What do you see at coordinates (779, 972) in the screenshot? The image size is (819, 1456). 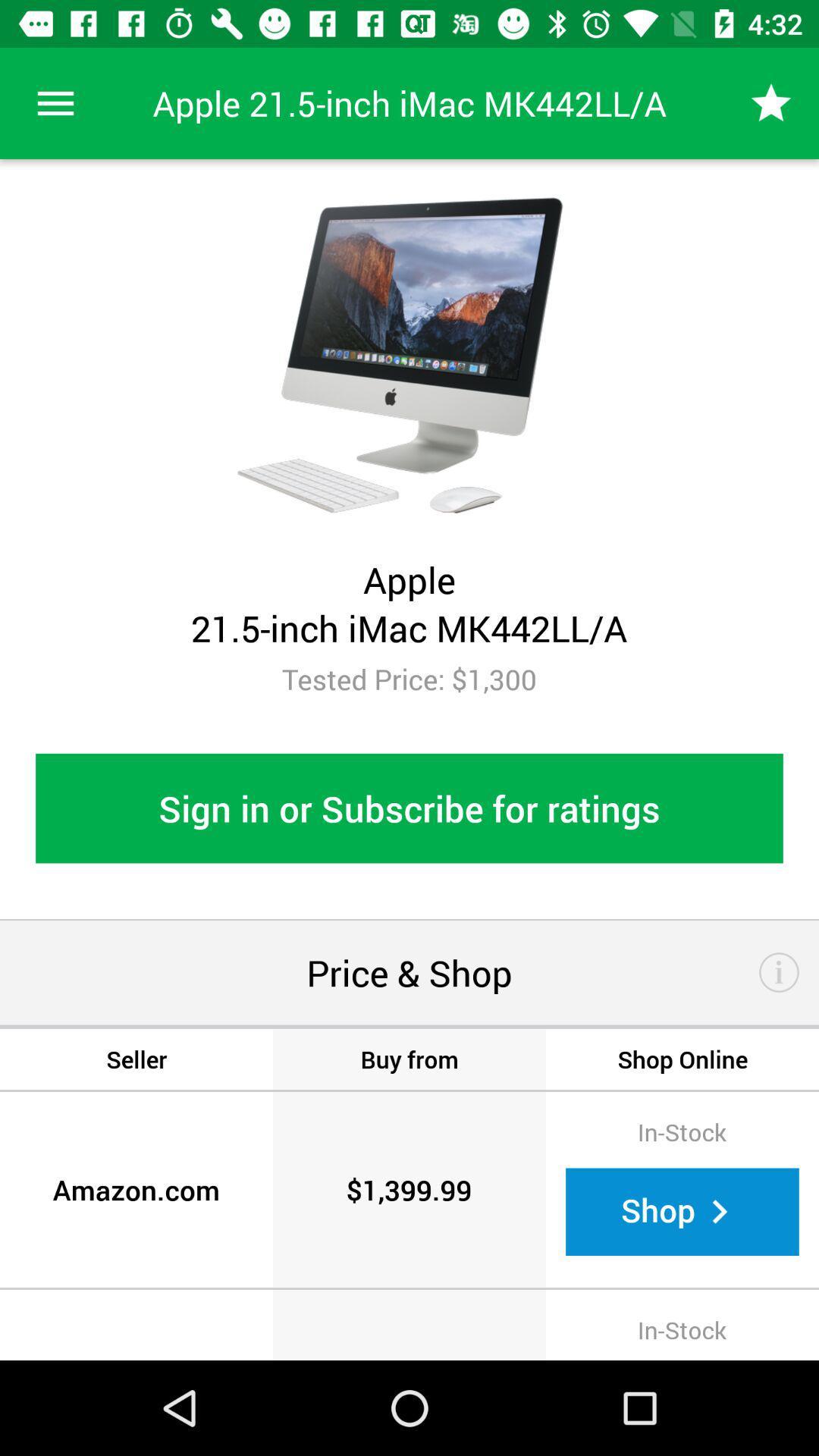 I see `details on item` at bounding box center [779, 972].